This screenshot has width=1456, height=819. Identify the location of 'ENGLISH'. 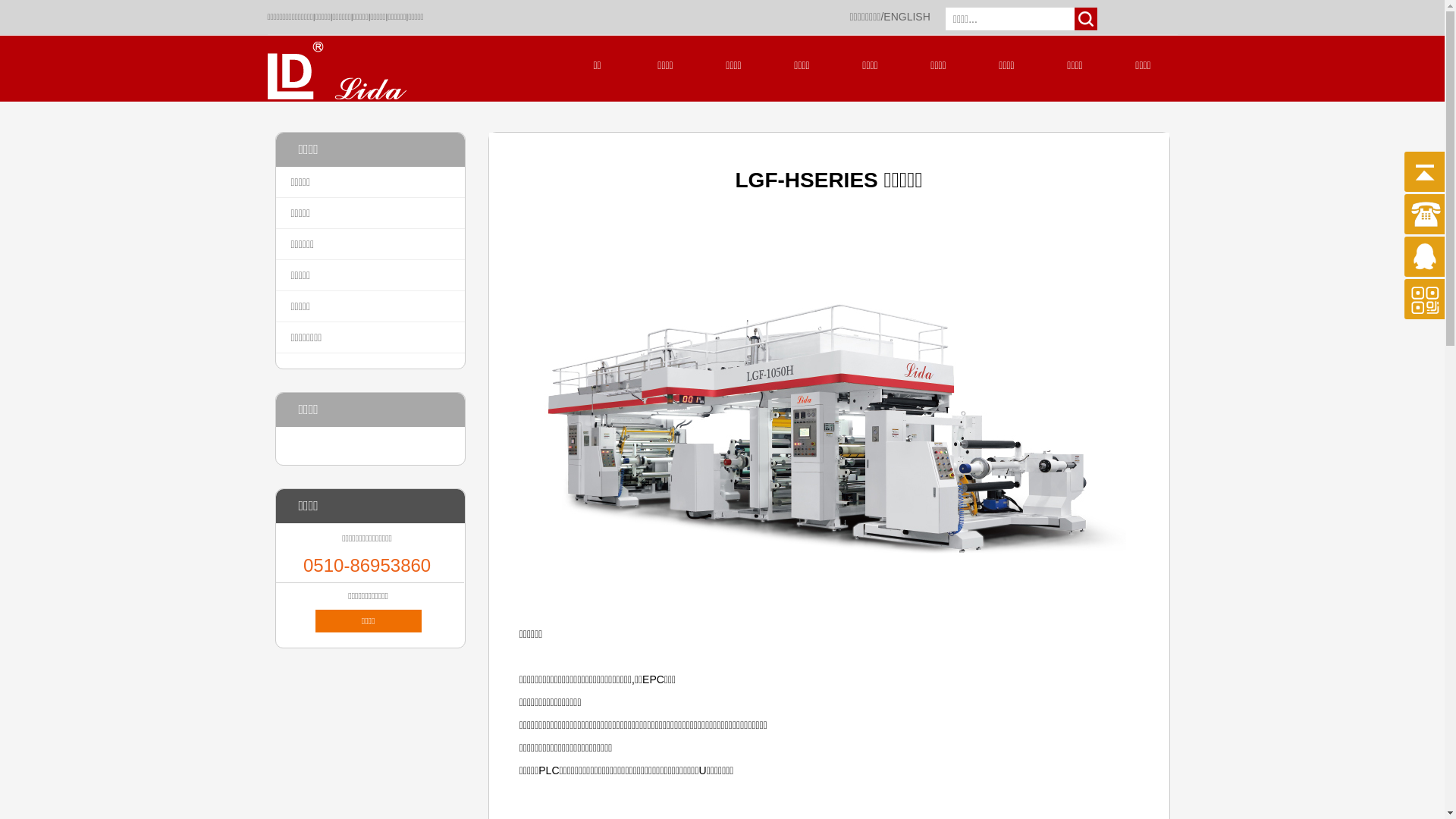
(906, 17).